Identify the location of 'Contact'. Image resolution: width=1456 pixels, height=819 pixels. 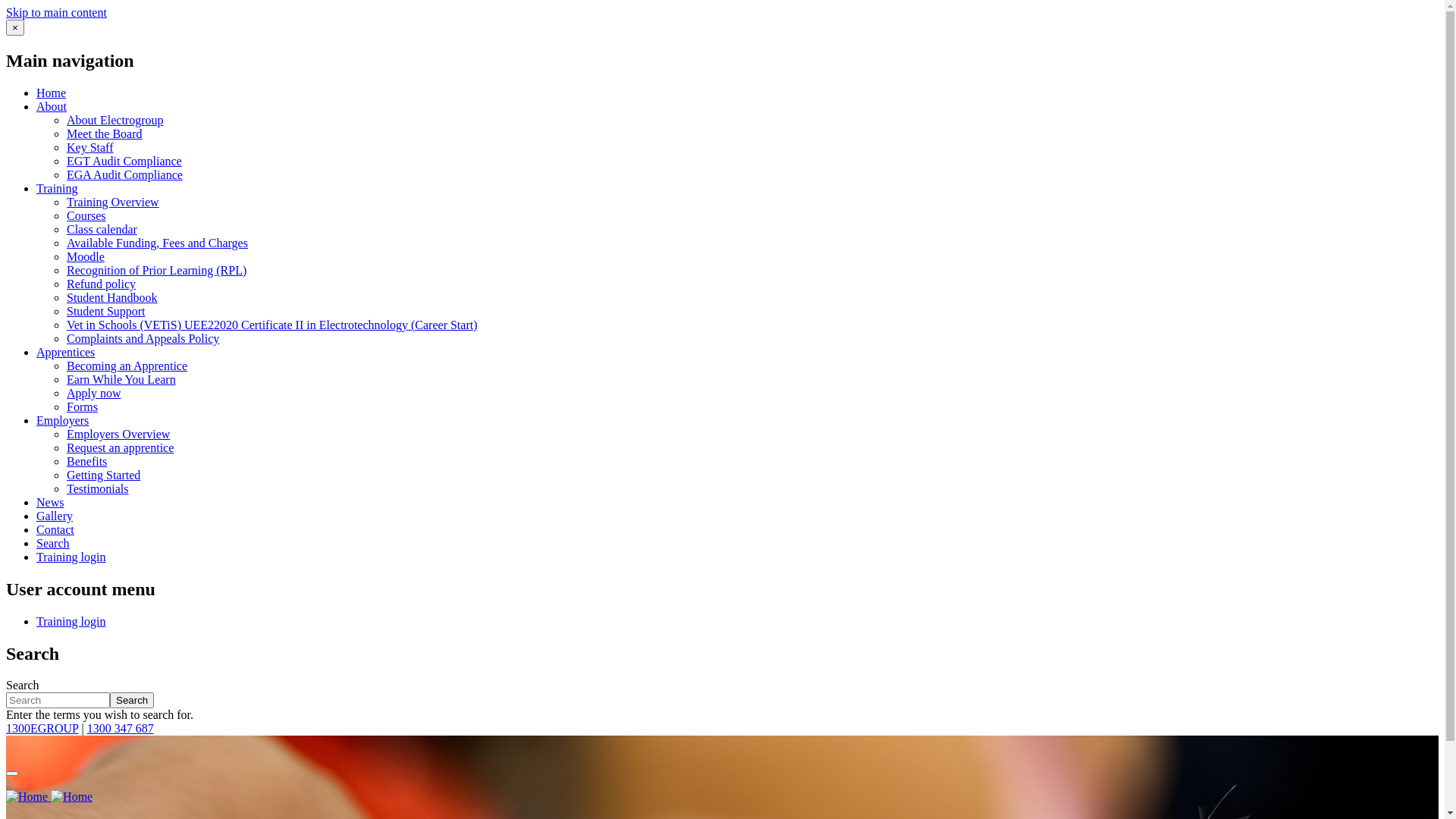
(36, 529).